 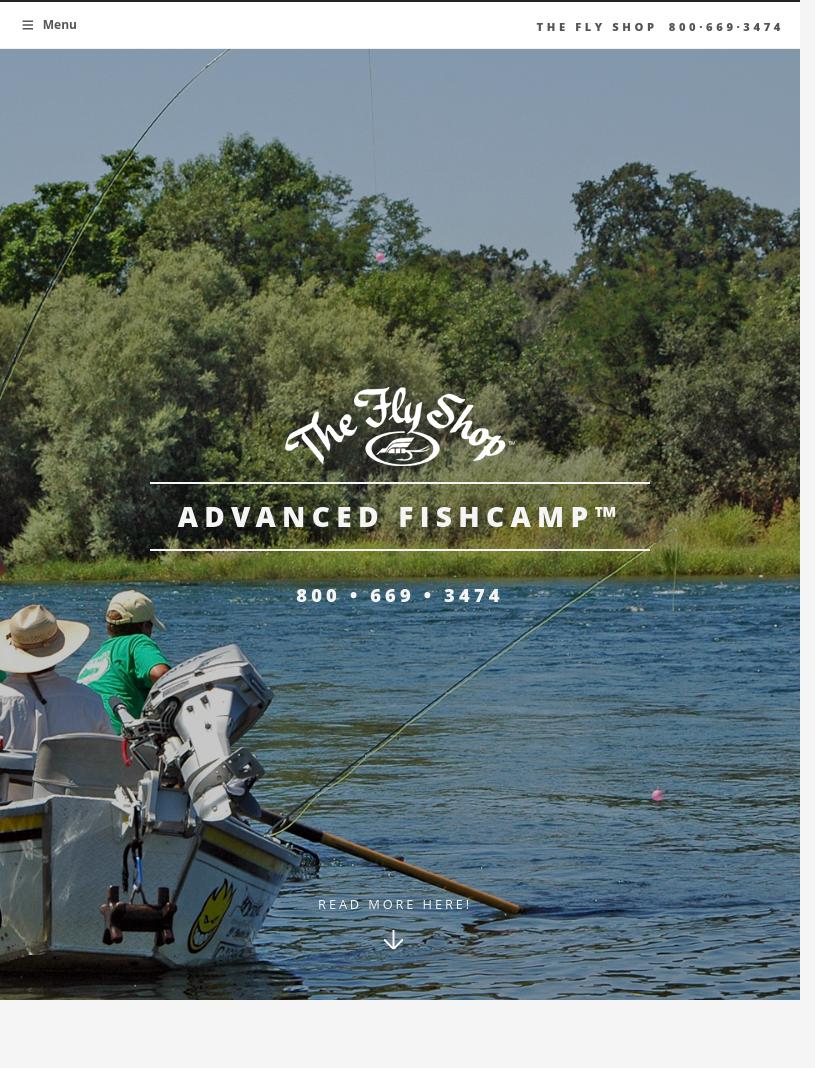 I want to click on 'Schools', so click(x=181, y=166).